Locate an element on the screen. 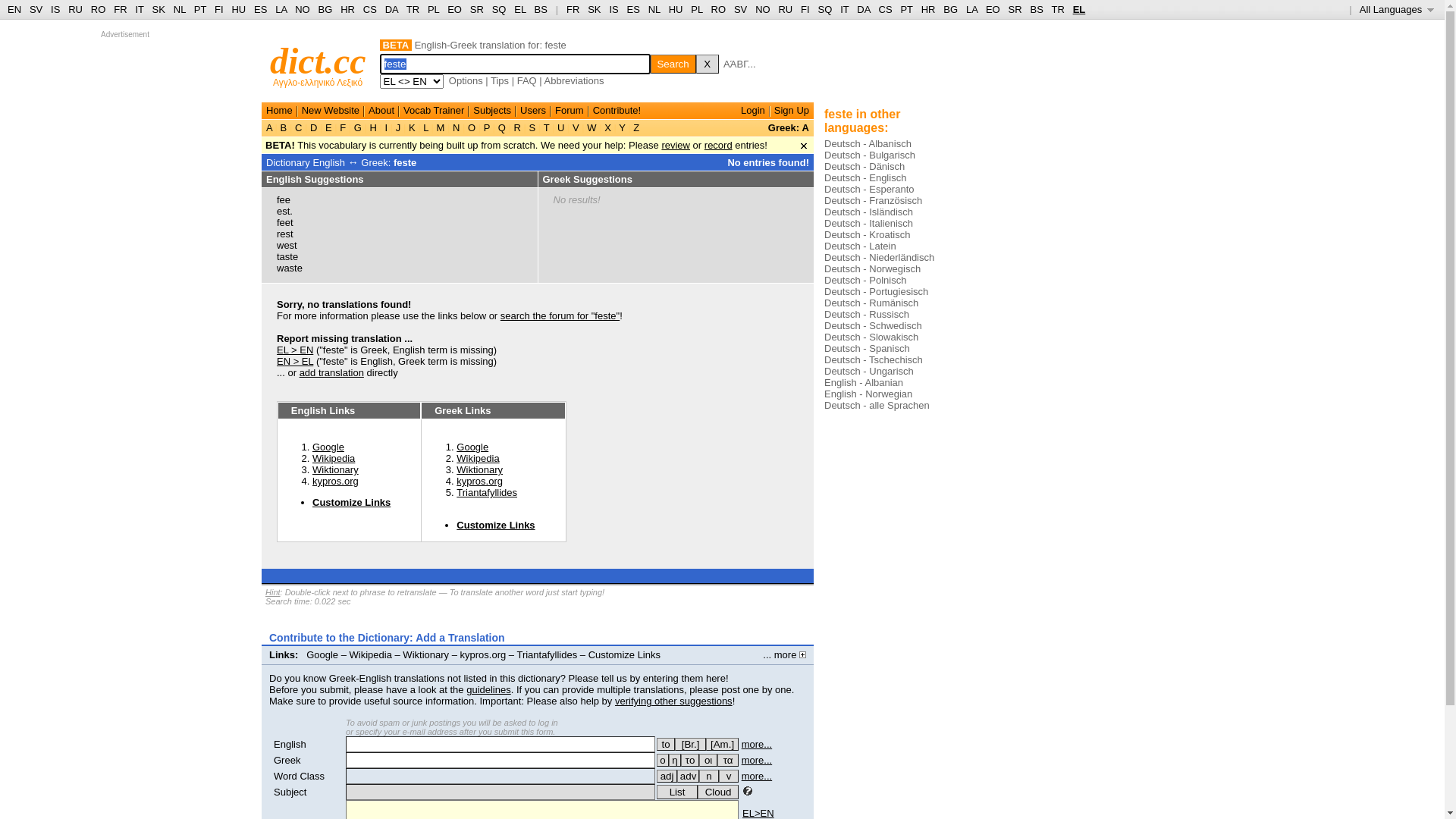  'SK' is located at coordinates (586, 9).